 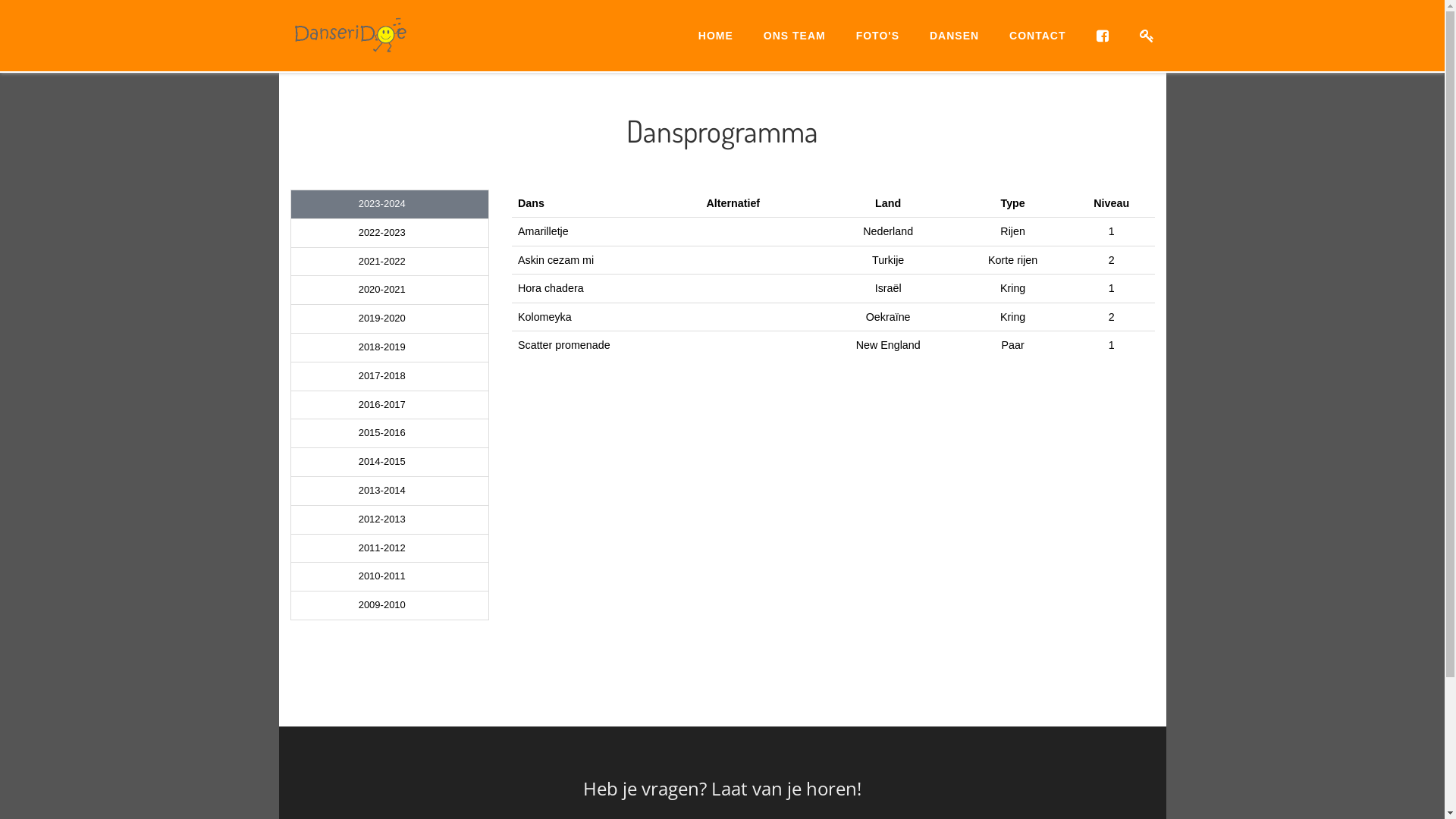 I want to click on '2015-2016', so click(x=291, y=433).